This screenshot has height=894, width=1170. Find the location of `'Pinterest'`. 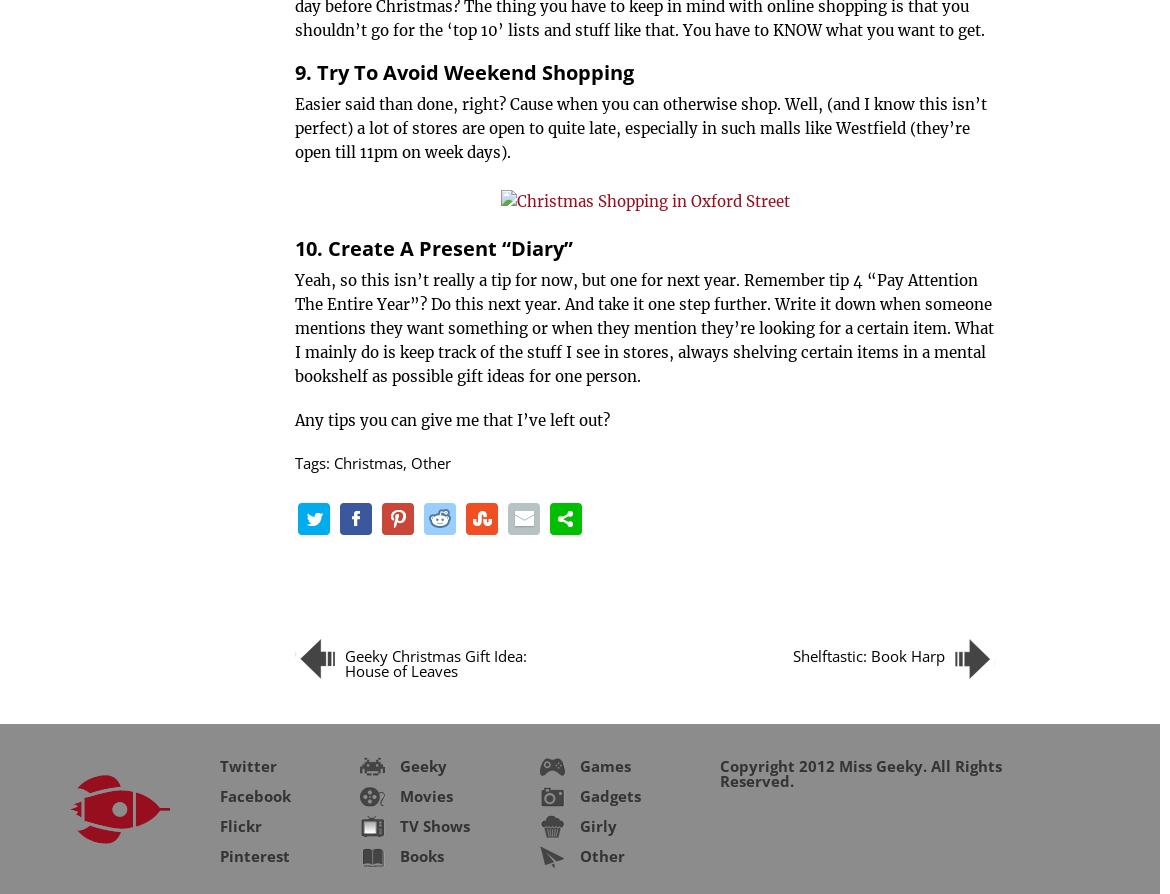

'Pinterest' is located at coordinates (254, 855).